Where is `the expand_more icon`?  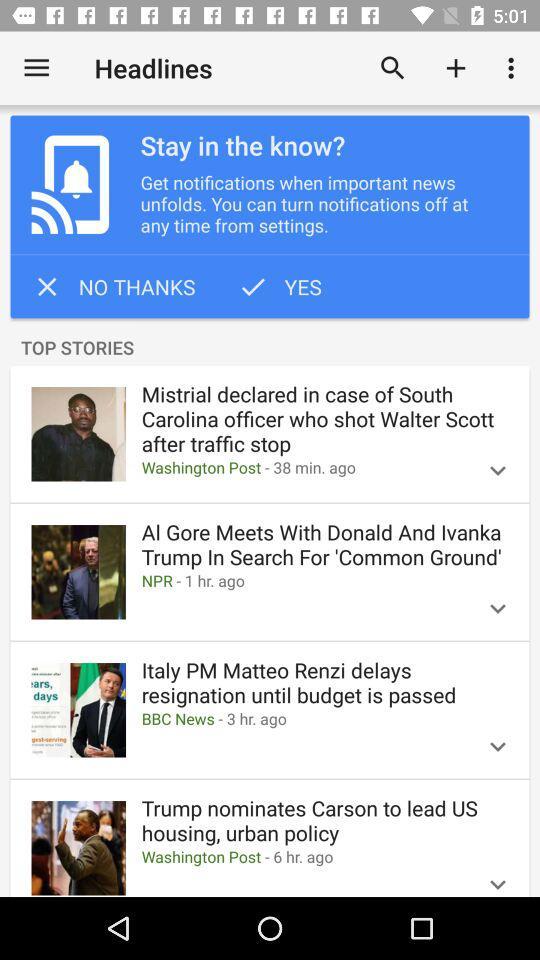
the expand_more icon is located at coordinates (496, 470).